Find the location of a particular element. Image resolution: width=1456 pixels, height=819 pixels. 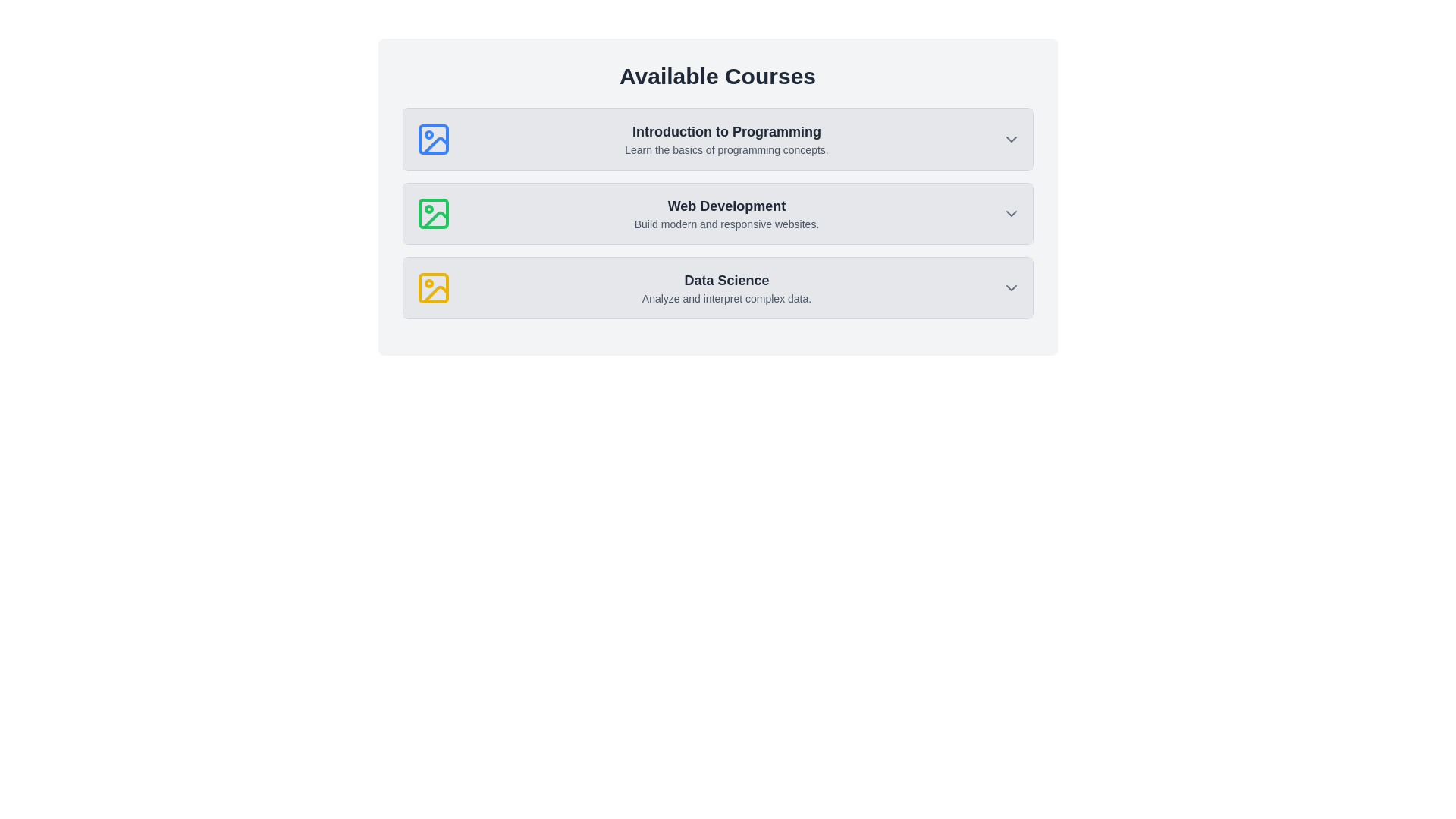

the decorative graphical component with a blue outline located inside the first icon in the course list, positioned to the left of the text 'Introduction to Programming' is located at coordinates (432, 140).